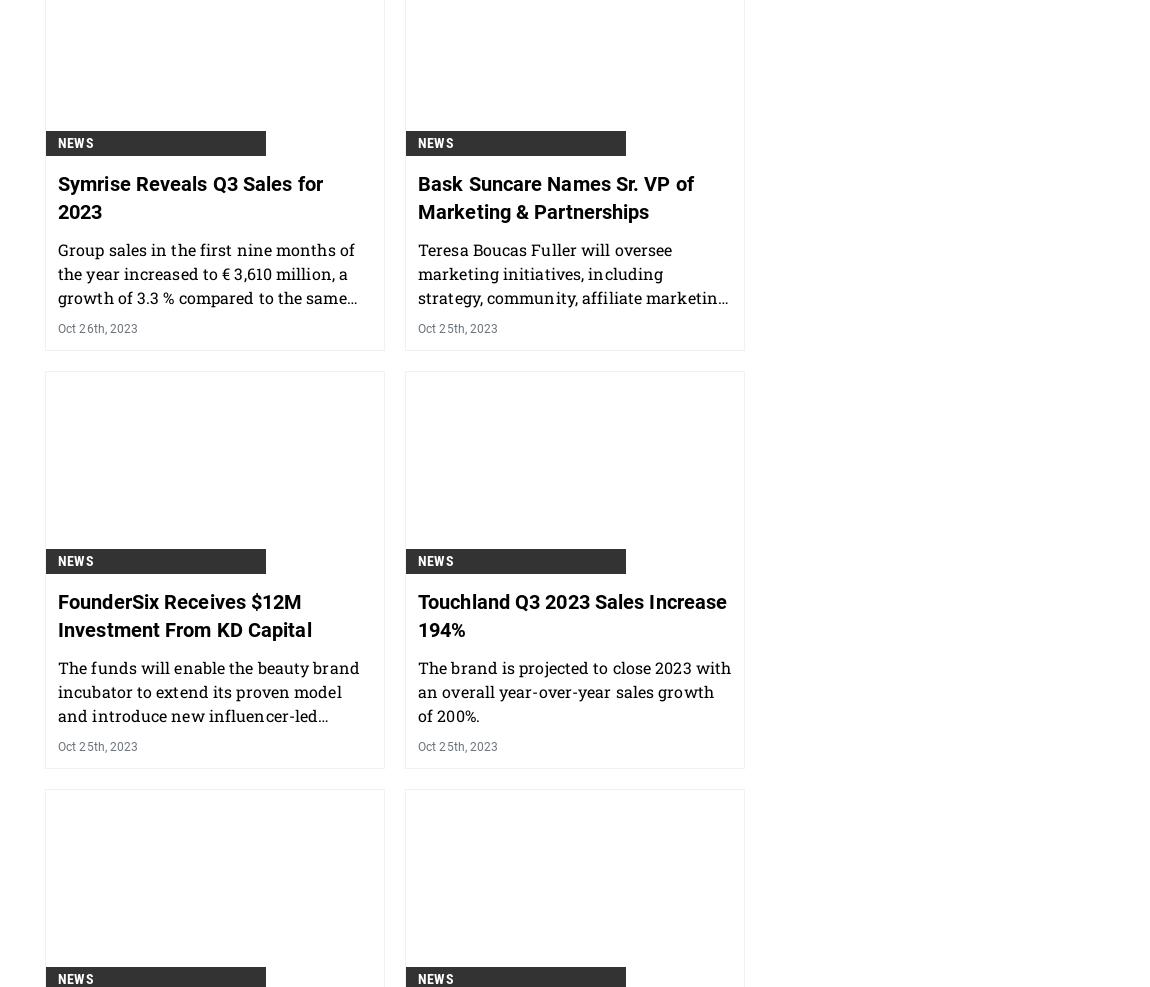  Describe the element at coordinates (555, 301) in the screenshot. I see `'Bask Suncare Names Sr. VP of Marketing & Partnerships'` at that location.